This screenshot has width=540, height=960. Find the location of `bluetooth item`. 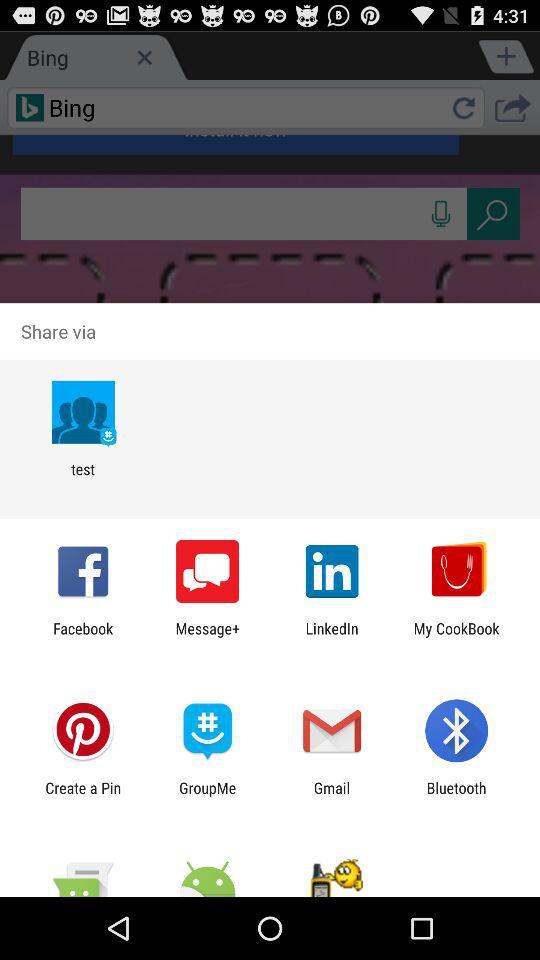

bluetooth item is located at coordinates (456, 796).